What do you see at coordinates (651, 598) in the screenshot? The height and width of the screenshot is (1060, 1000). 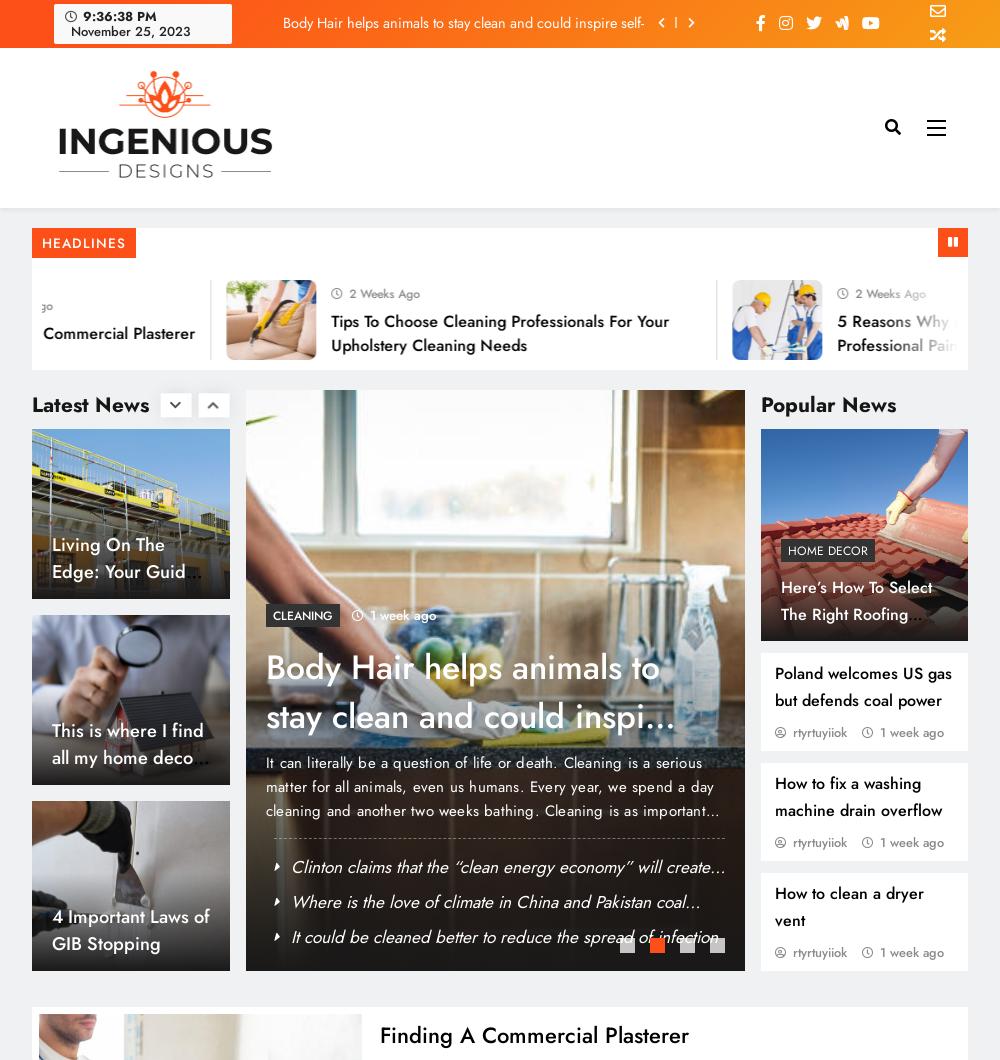 I see `'State is struggling to provide clean water despite efforts'` at bounding box center [651, 598].